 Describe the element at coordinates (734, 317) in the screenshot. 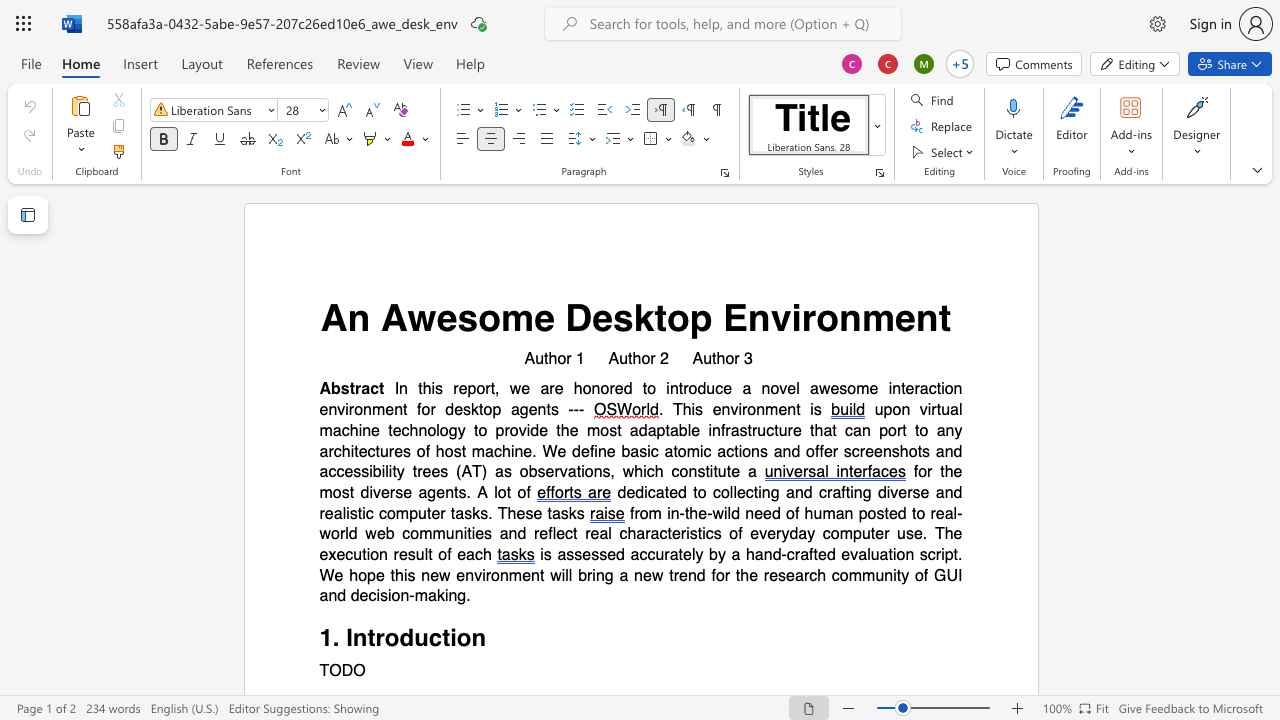

I see `the 1th character "E" in the text` at that location.